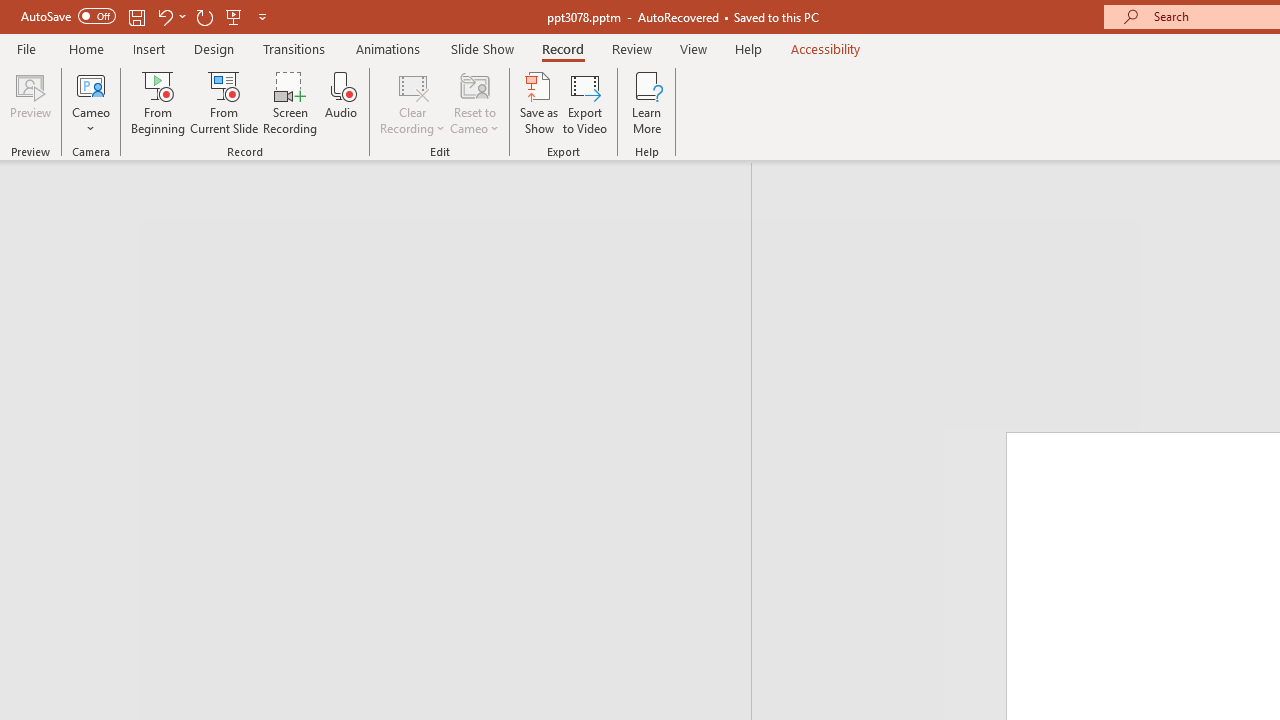 This screenshot has width=1280, height=720. I want to click on 'Undo', so click(170, 16).